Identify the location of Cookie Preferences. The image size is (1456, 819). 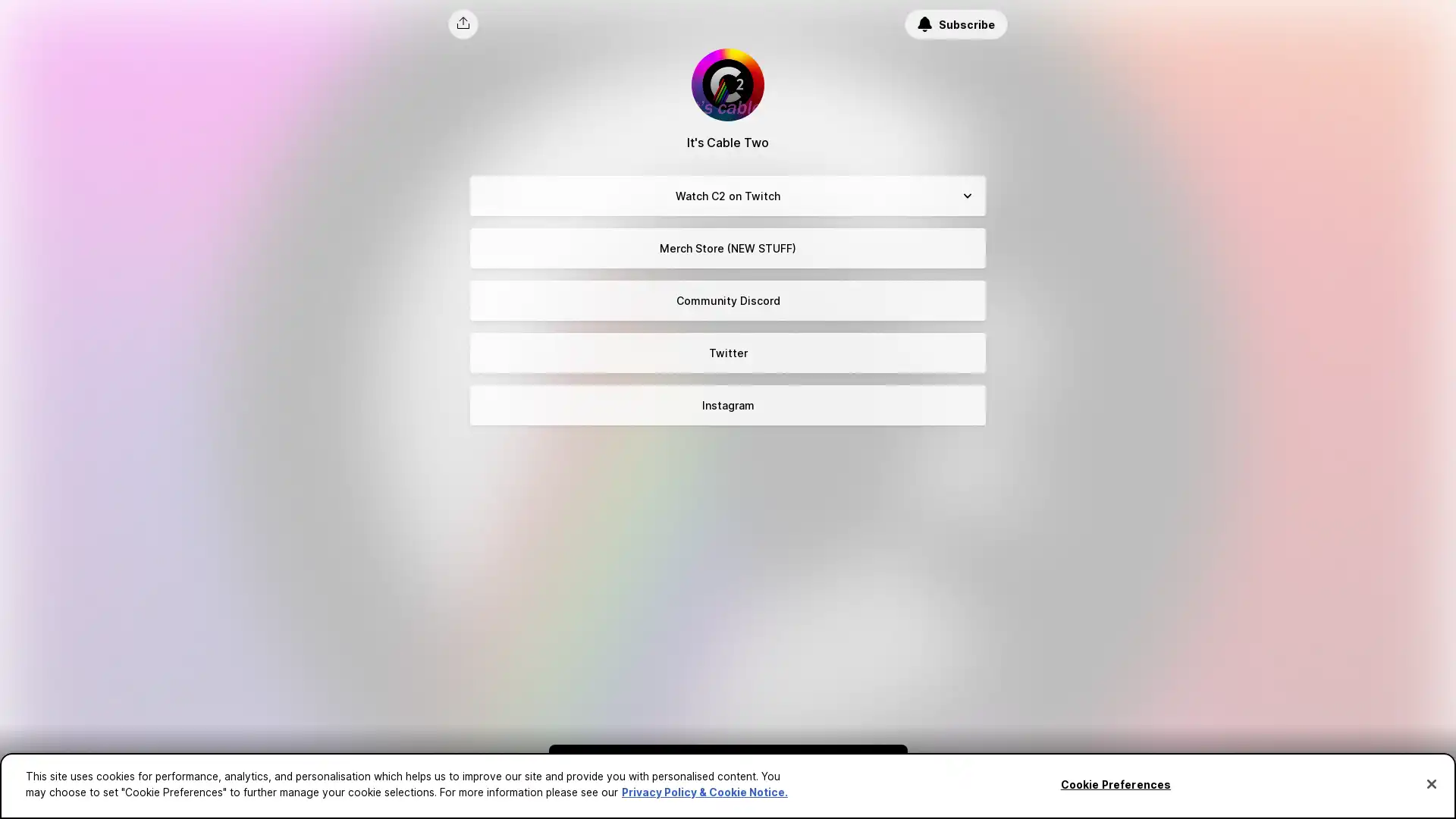
(1115, 784).